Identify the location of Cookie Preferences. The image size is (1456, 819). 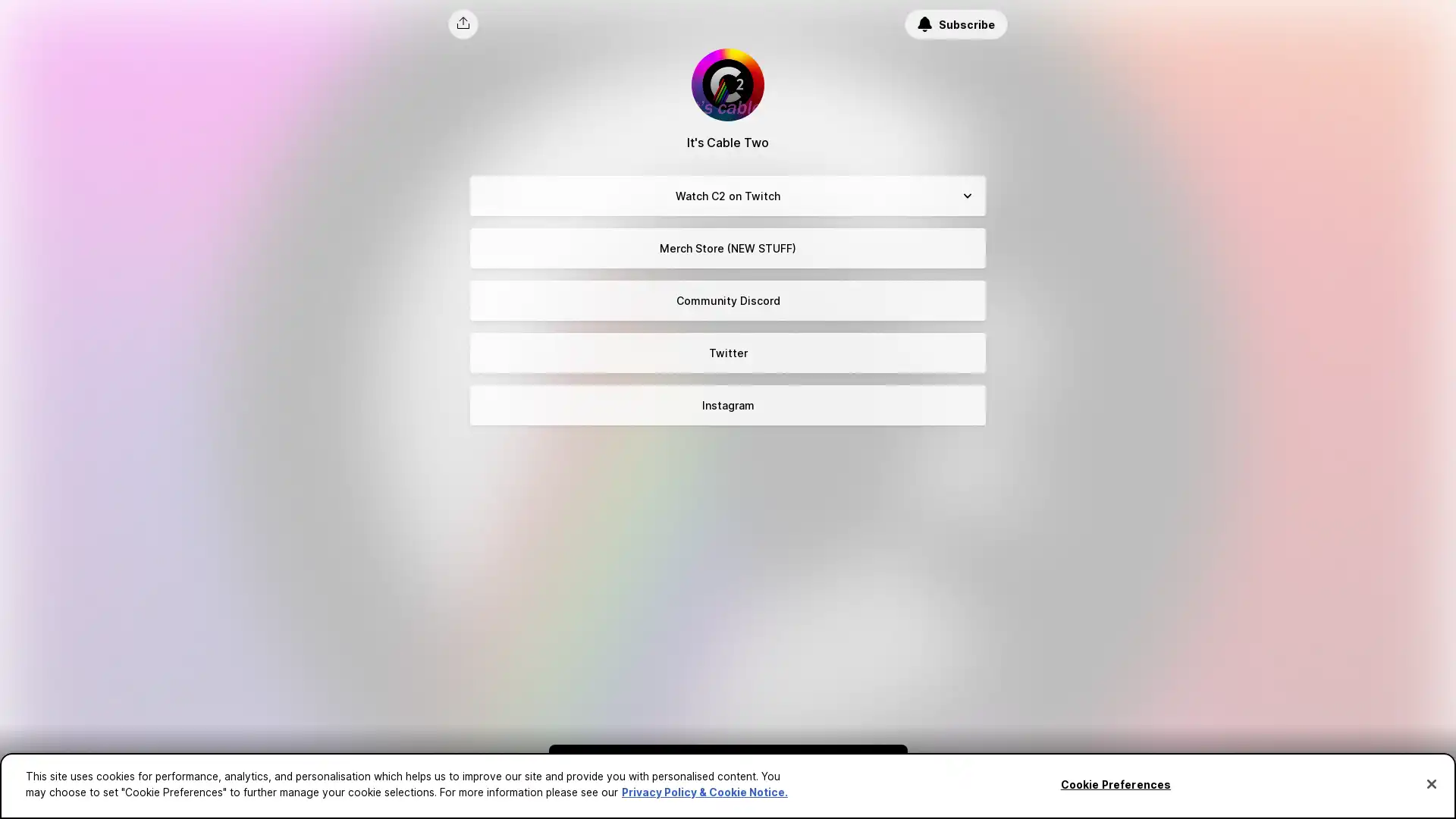
(1115, 784).